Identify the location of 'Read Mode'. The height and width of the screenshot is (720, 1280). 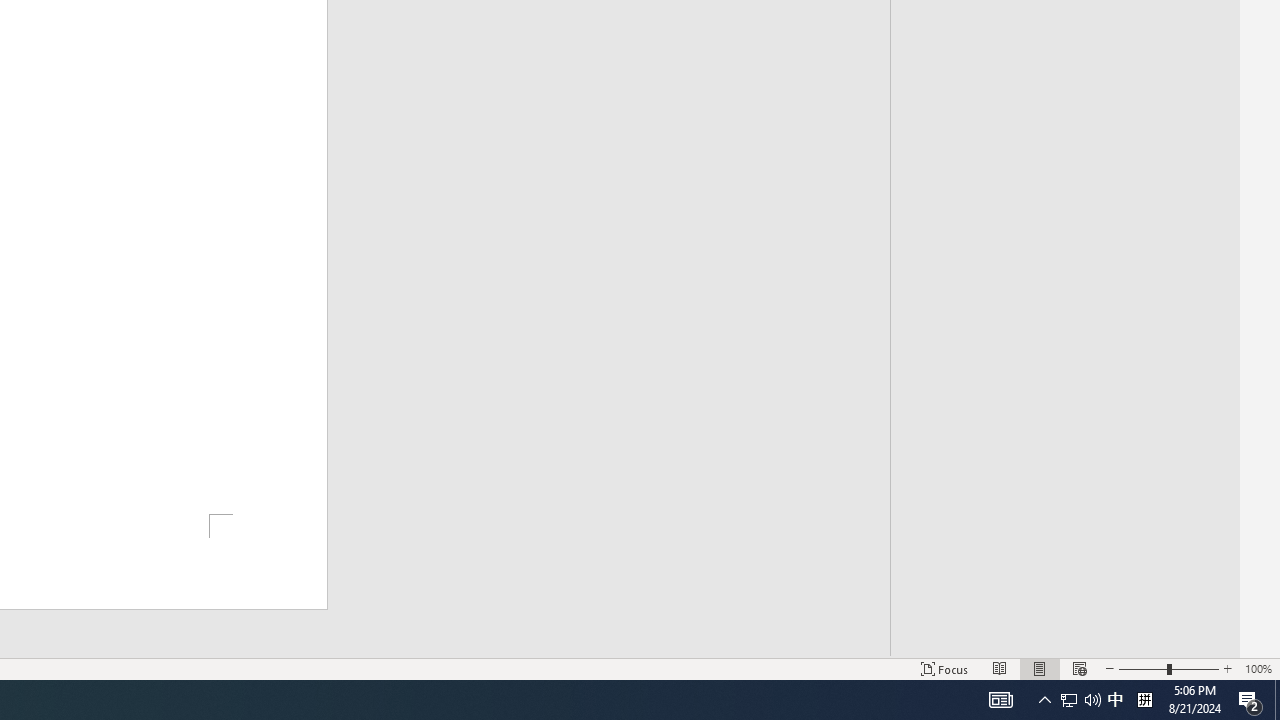
(1000, 669).